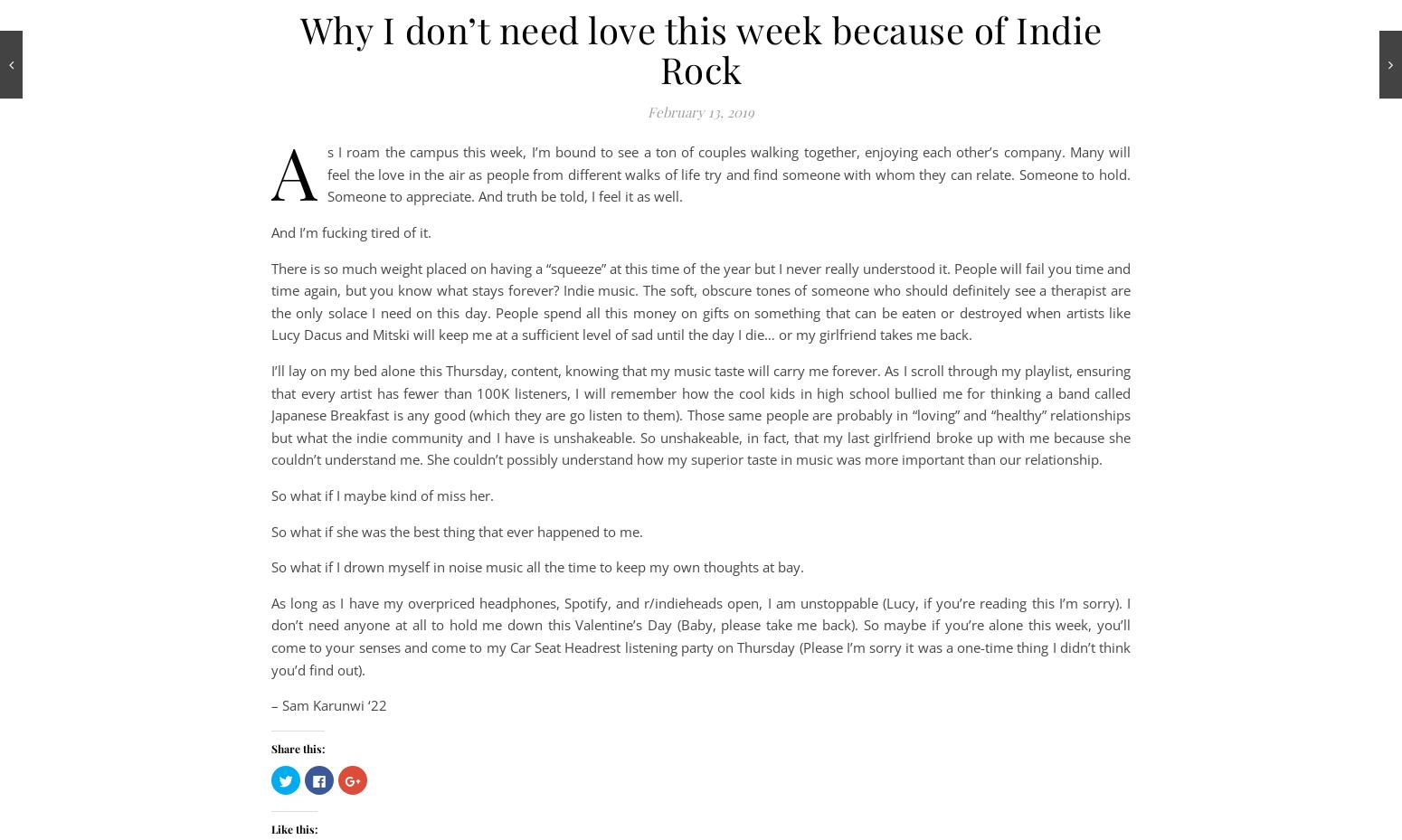  I want to click on 'So what if I drown myself in noise music all the time to keep my own thoughts at bay.', so click(537, 565).